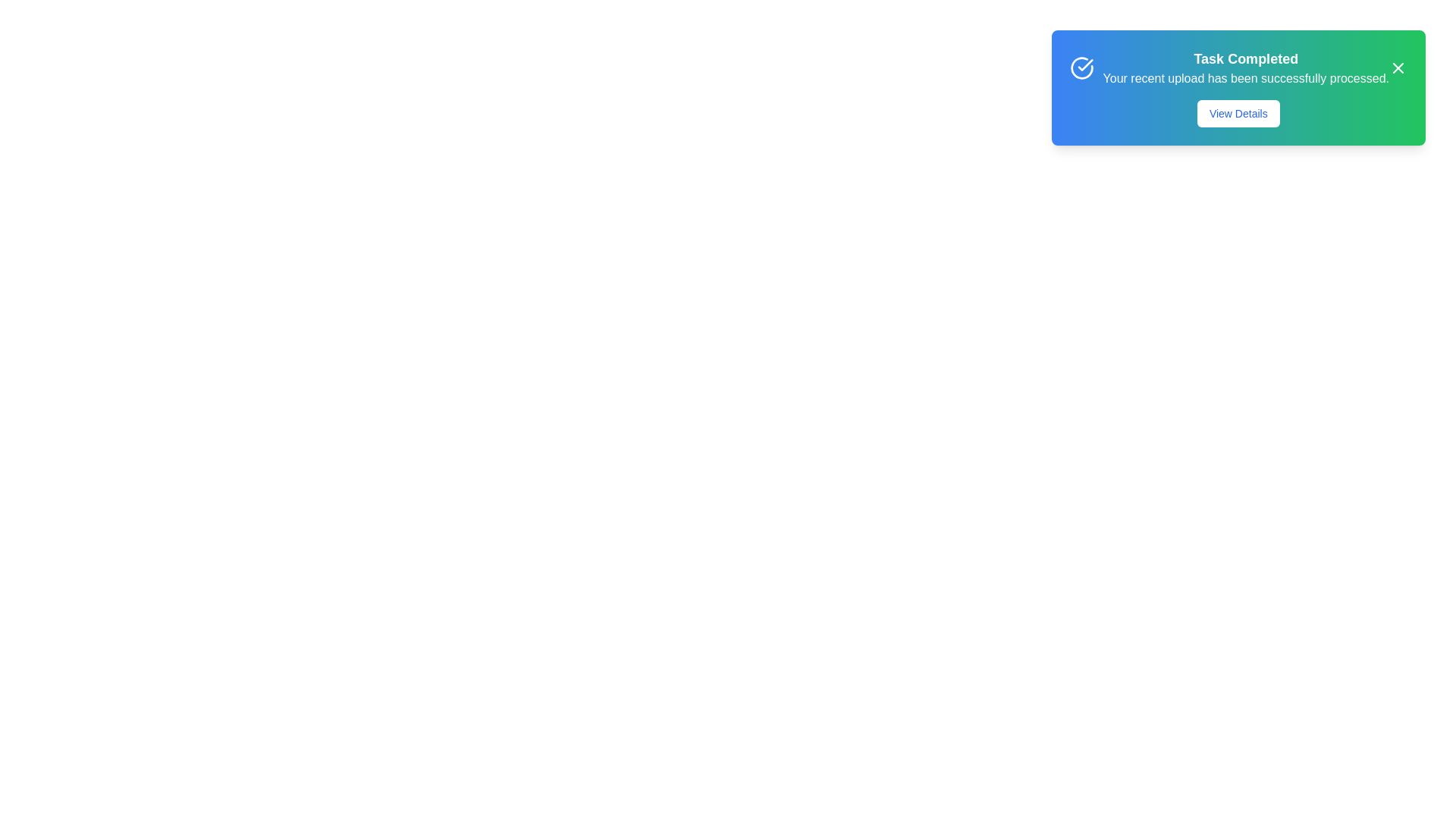  Describe the element at coordinates (1238, 113) in the screenshot. I see `the 'View Details' button` at that location.